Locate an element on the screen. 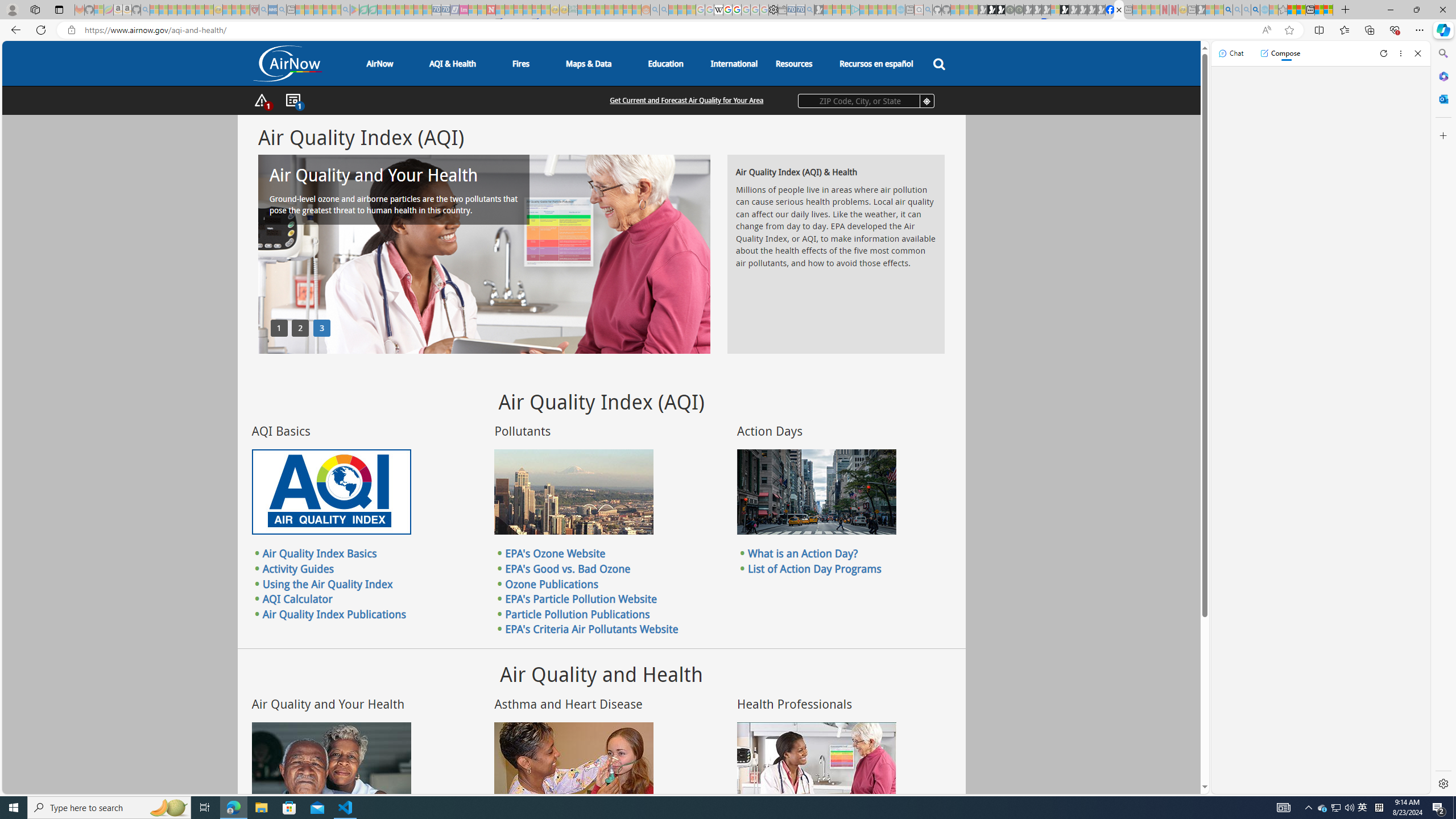 The height and width of the screenshot is (819, 1456). 'ZIP Code, City, or State' is located at coordinates (866, 100).